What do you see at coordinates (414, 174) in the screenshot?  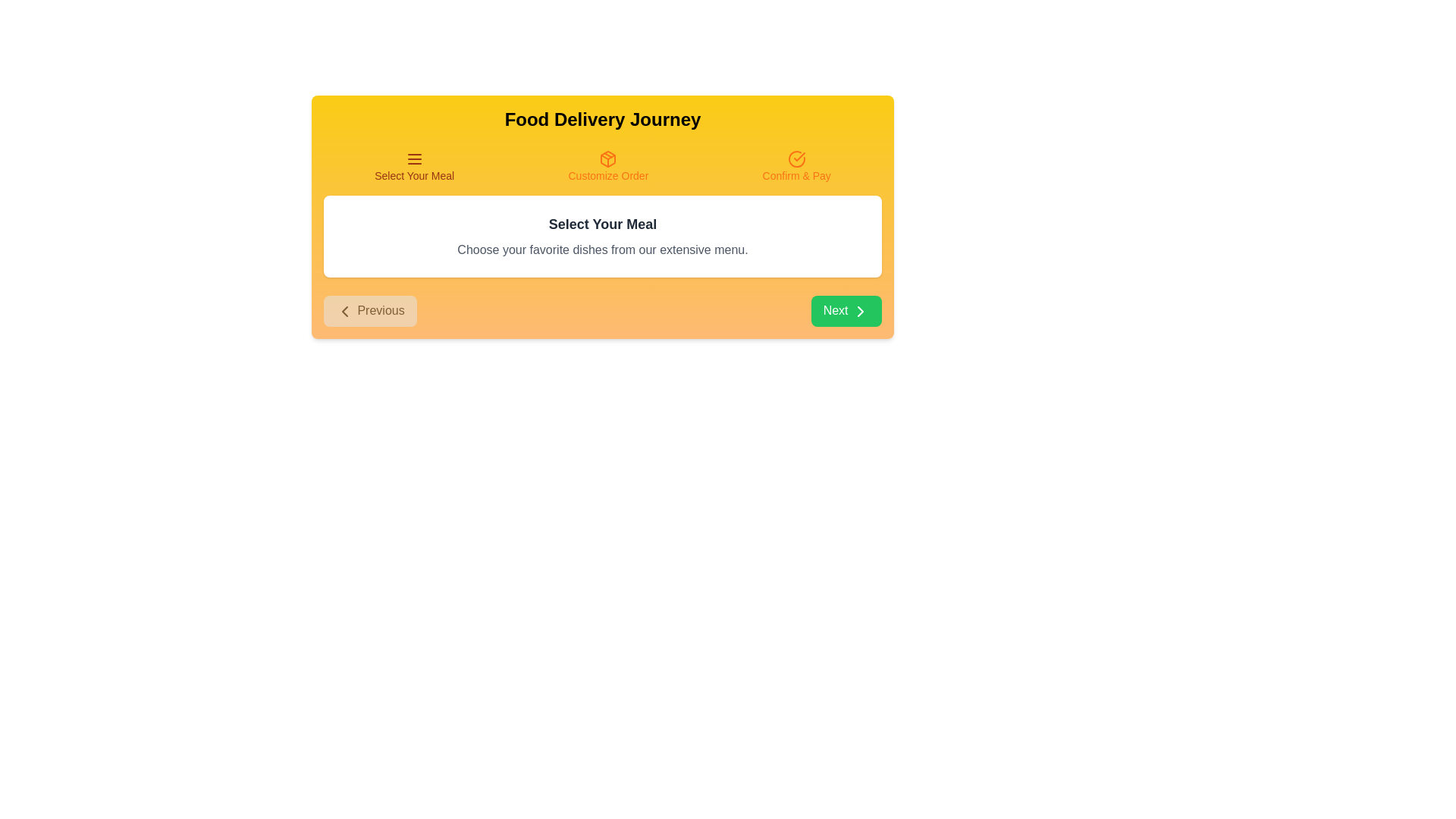 I see `the text label that says 'Select Your Meal', which is styled in orange and located below the hamburger menu icon in the header section of the interface` at bounding box center [414, 174].